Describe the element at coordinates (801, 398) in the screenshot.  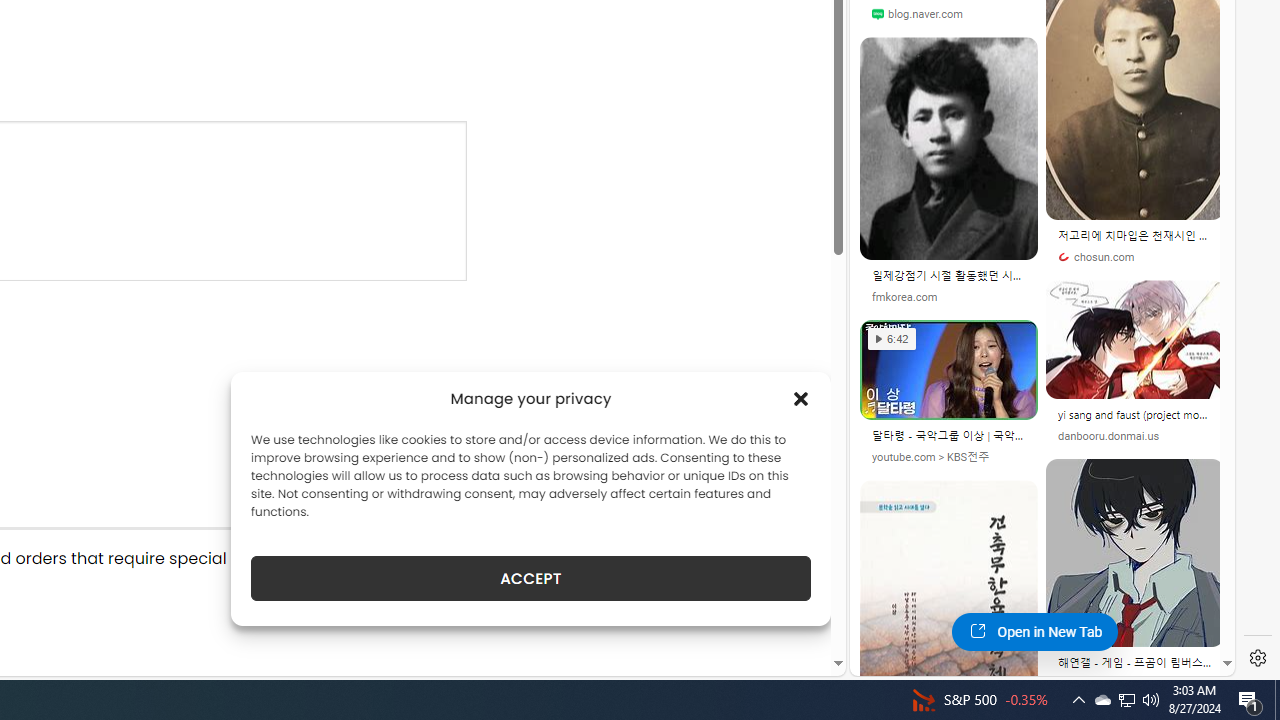
I see `'Class: cmplz-close'` at that location.